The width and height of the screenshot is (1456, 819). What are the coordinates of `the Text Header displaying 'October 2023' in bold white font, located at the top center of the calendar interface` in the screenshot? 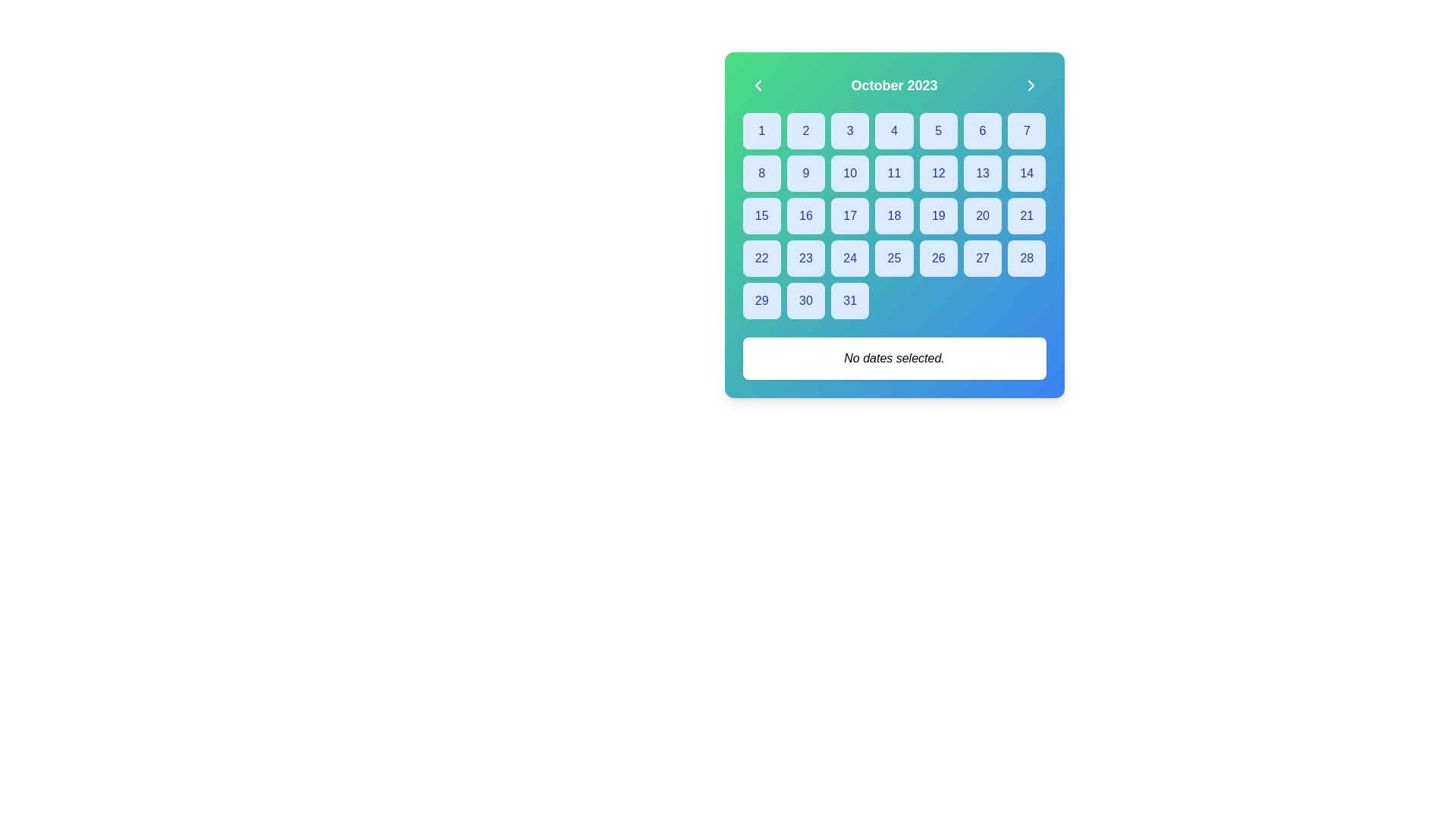 It's located at (894, 85).